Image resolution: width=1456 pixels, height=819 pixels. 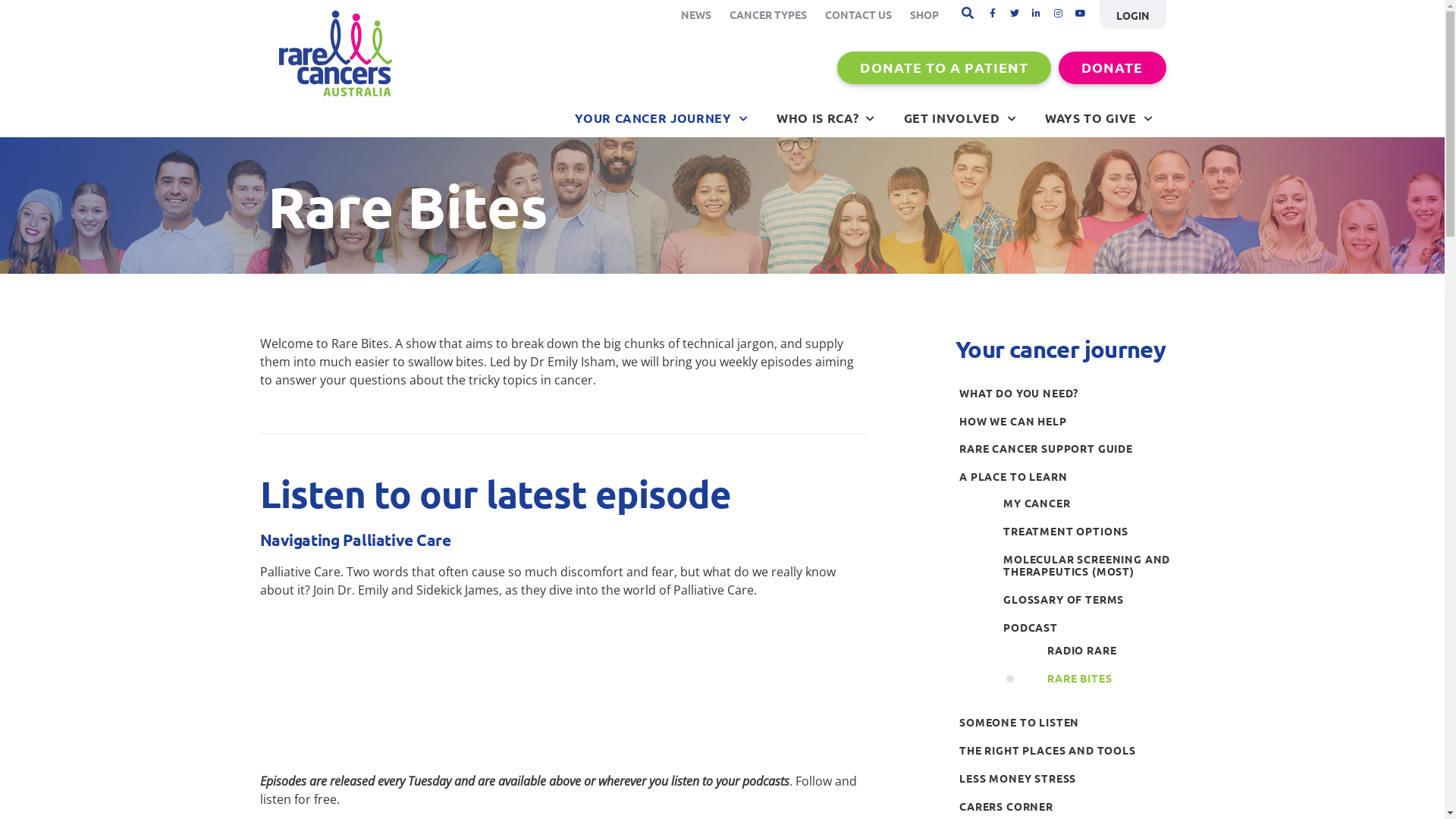 What do you see at coordinates (695, 14) in the screenshot?
I see `'NEWS'` at bounding box center [695, 14].